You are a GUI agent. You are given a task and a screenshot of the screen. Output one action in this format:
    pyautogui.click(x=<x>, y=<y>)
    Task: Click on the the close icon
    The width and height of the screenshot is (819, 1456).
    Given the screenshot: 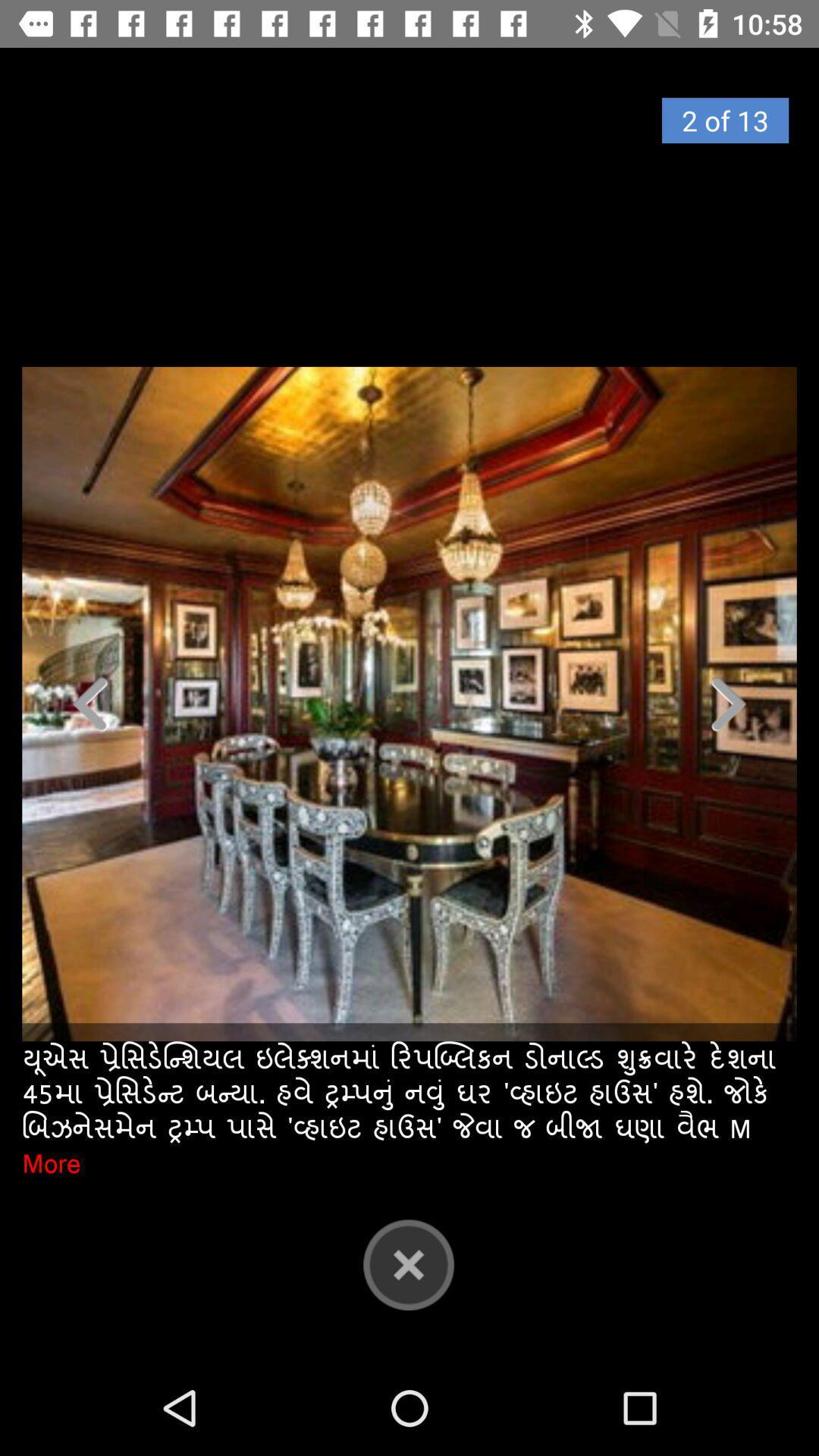 What is the action you would take?
    pyautogui.click(x=408, y=1264)
    